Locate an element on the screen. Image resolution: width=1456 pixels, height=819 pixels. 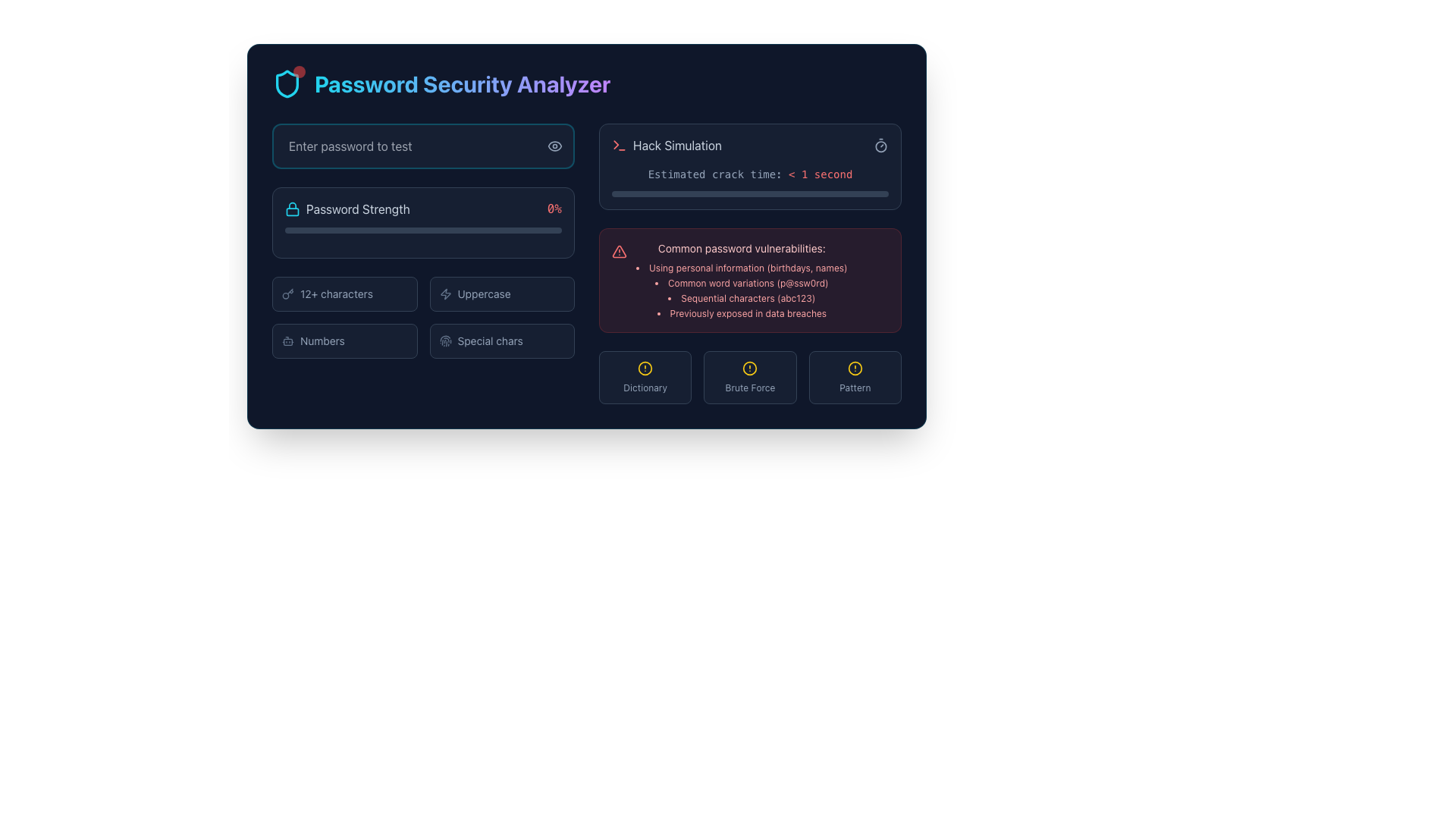
the warning icon circle indicating potential dictionary attack risks located in the 'Dictionary' module at the bottom of the interface is located at coordinates (645, 369).